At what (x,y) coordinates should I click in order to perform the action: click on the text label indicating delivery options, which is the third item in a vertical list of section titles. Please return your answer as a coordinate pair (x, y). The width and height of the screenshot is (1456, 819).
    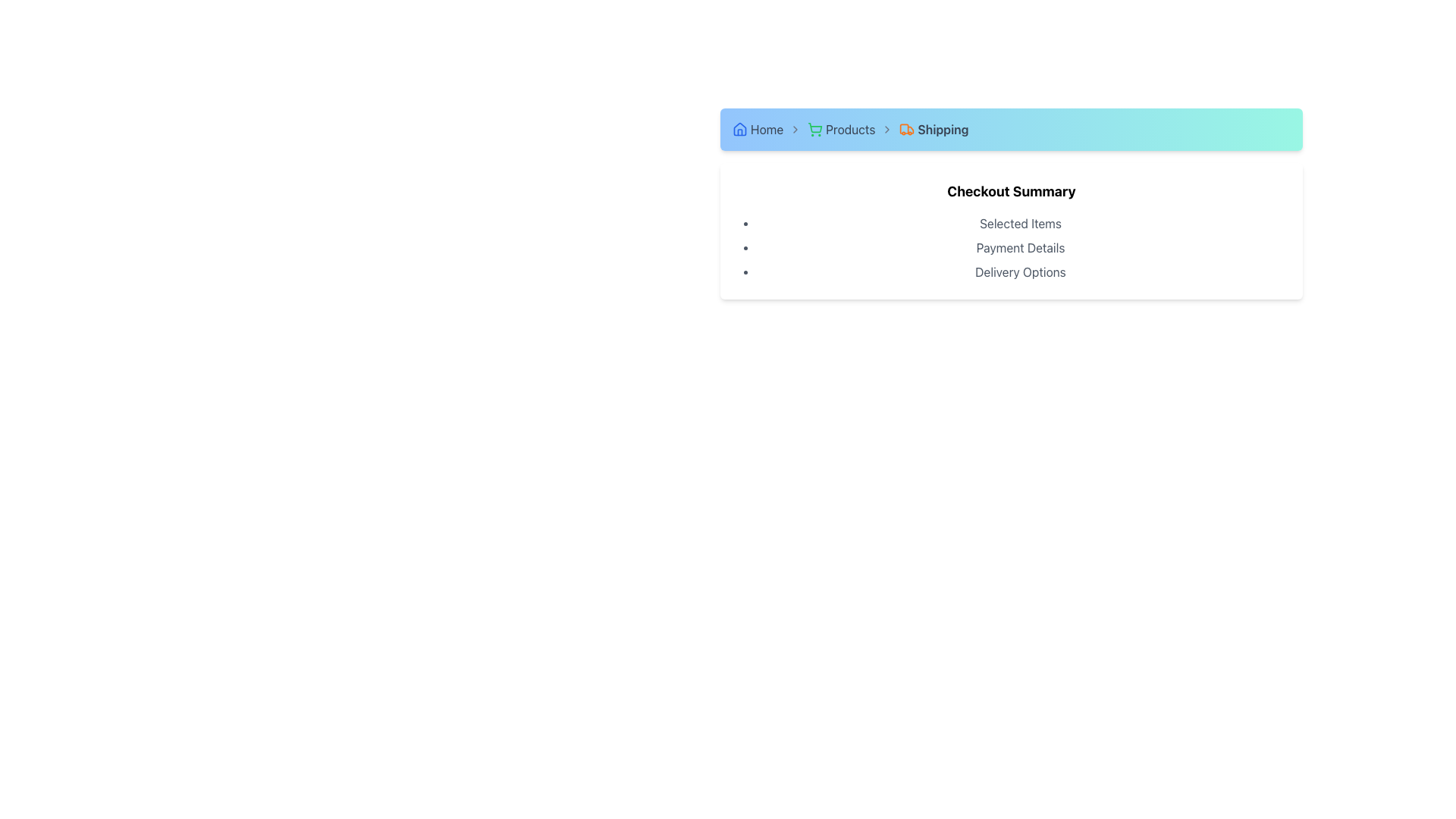
    Looking at the image, I should click on (1020, 271).